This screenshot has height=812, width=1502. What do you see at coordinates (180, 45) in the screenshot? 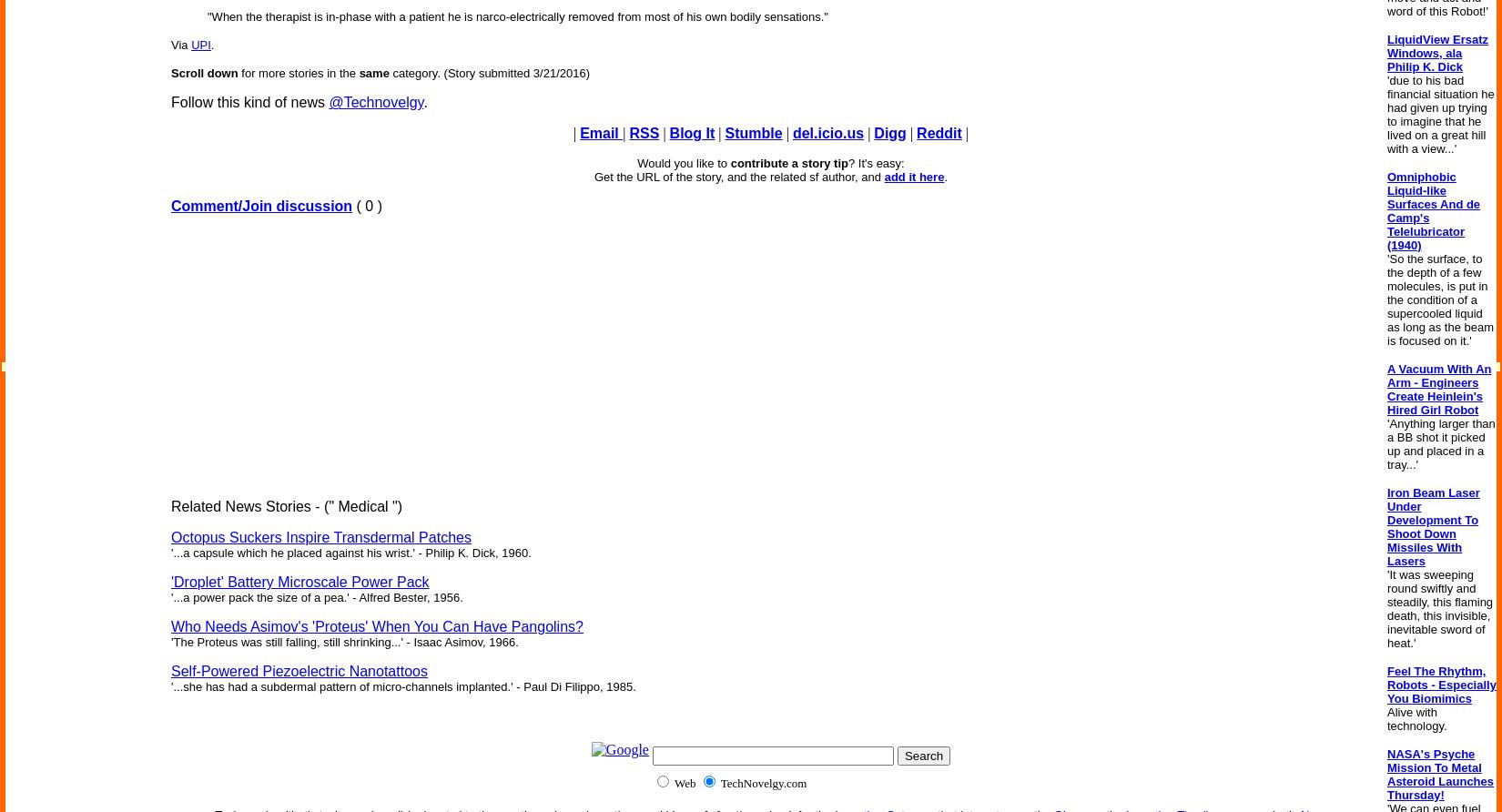
I see `'Via'` at bounding box center [180, 45].